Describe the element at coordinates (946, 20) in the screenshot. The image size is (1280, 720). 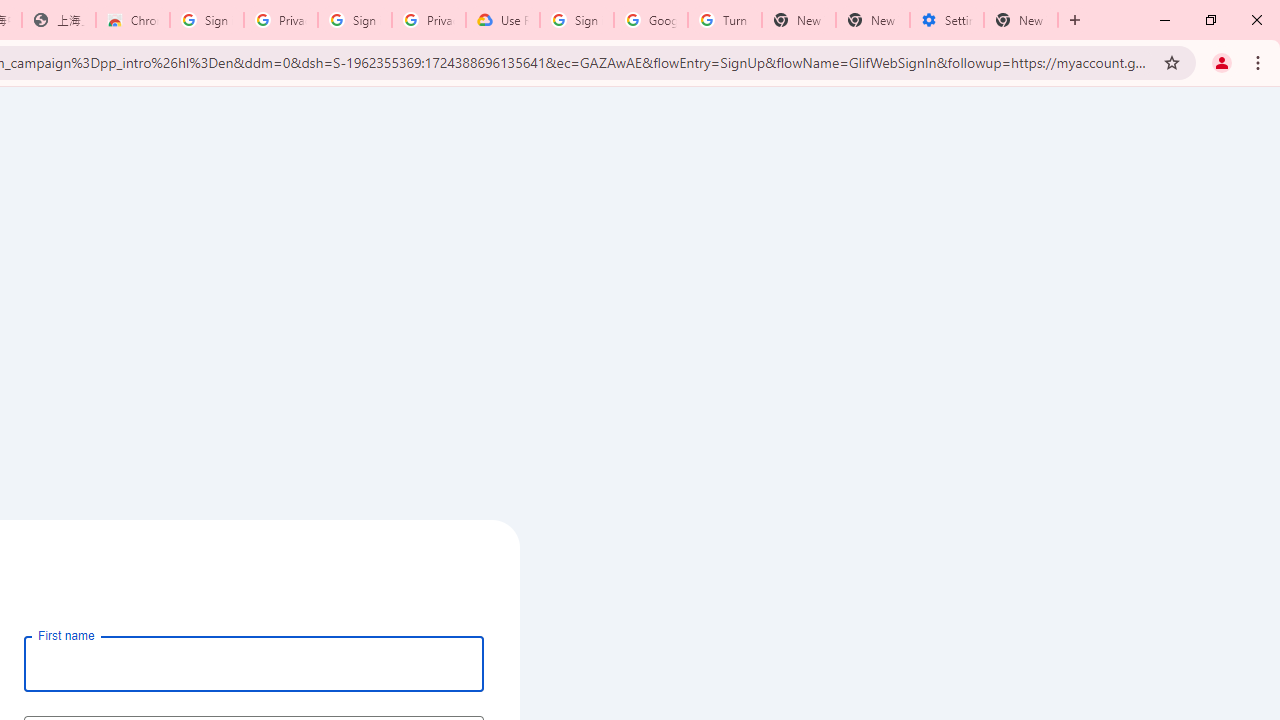
I see `'Settings - System'` at that location.